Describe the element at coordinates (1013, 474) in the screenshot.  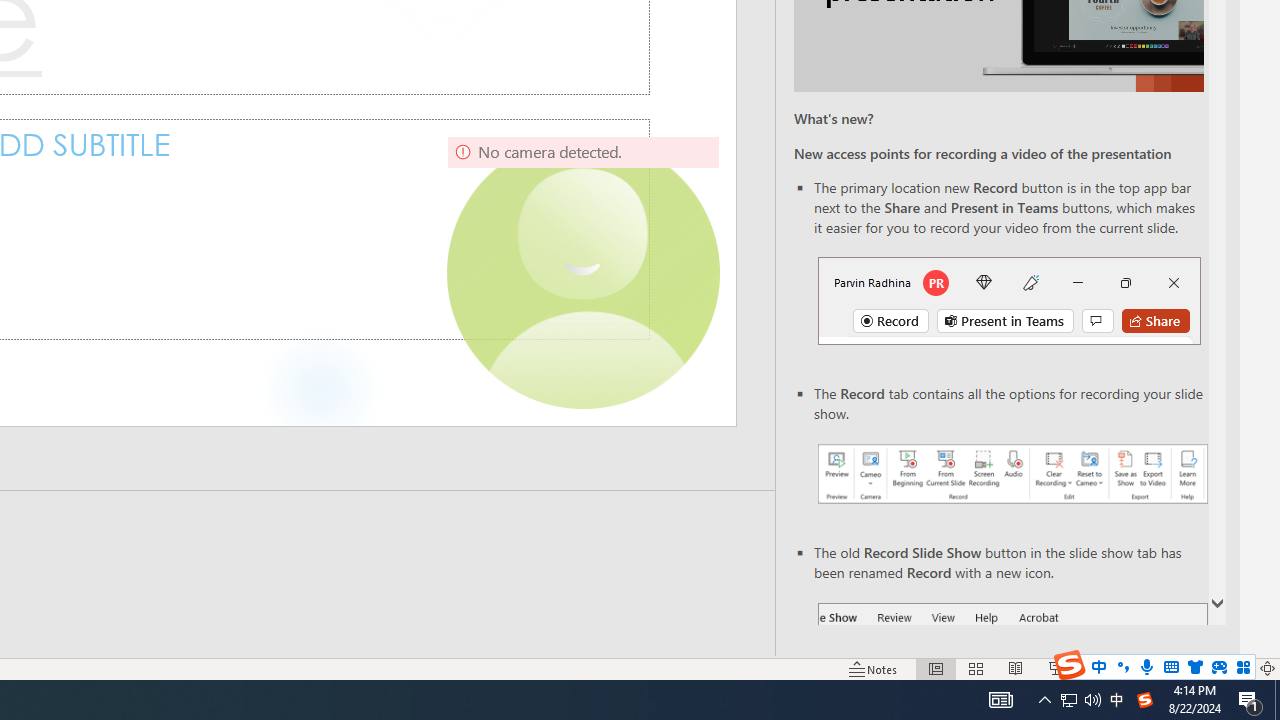
I see `'Record your presentations screenshot one'` at that location.